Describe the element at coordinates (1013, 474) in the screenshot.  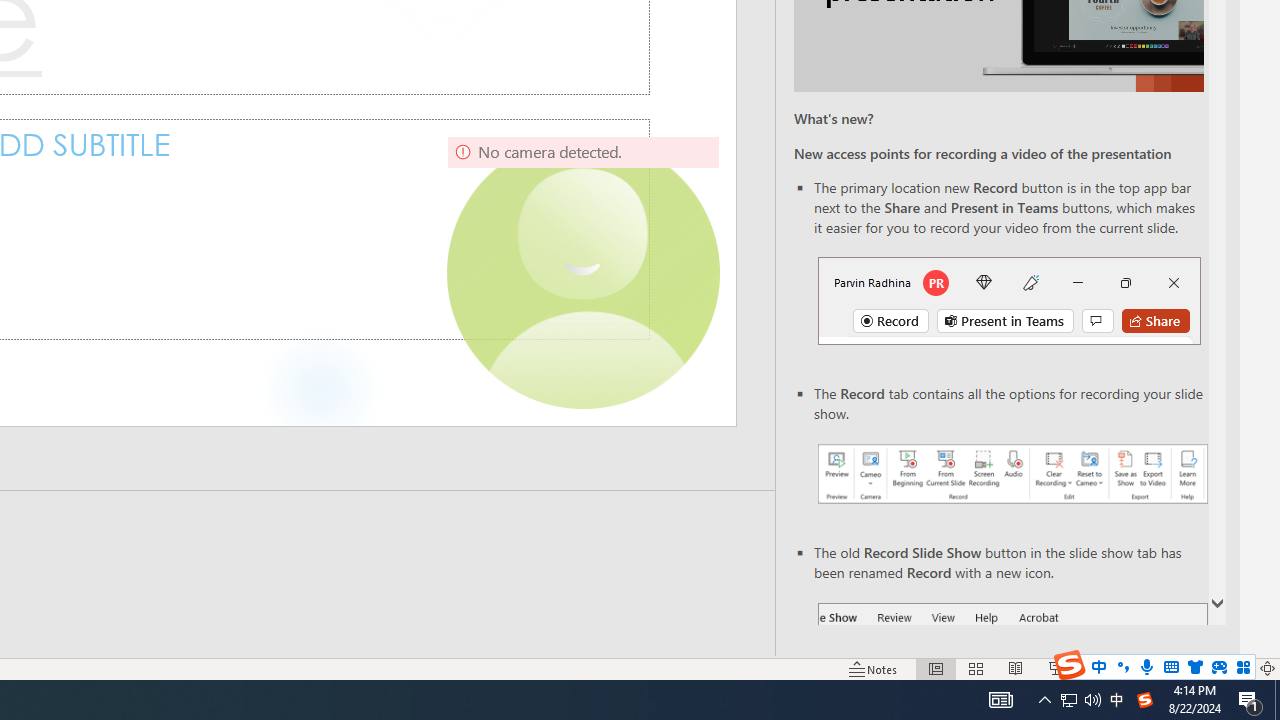
I see `'Record your presentations screenshot one'` at that location.